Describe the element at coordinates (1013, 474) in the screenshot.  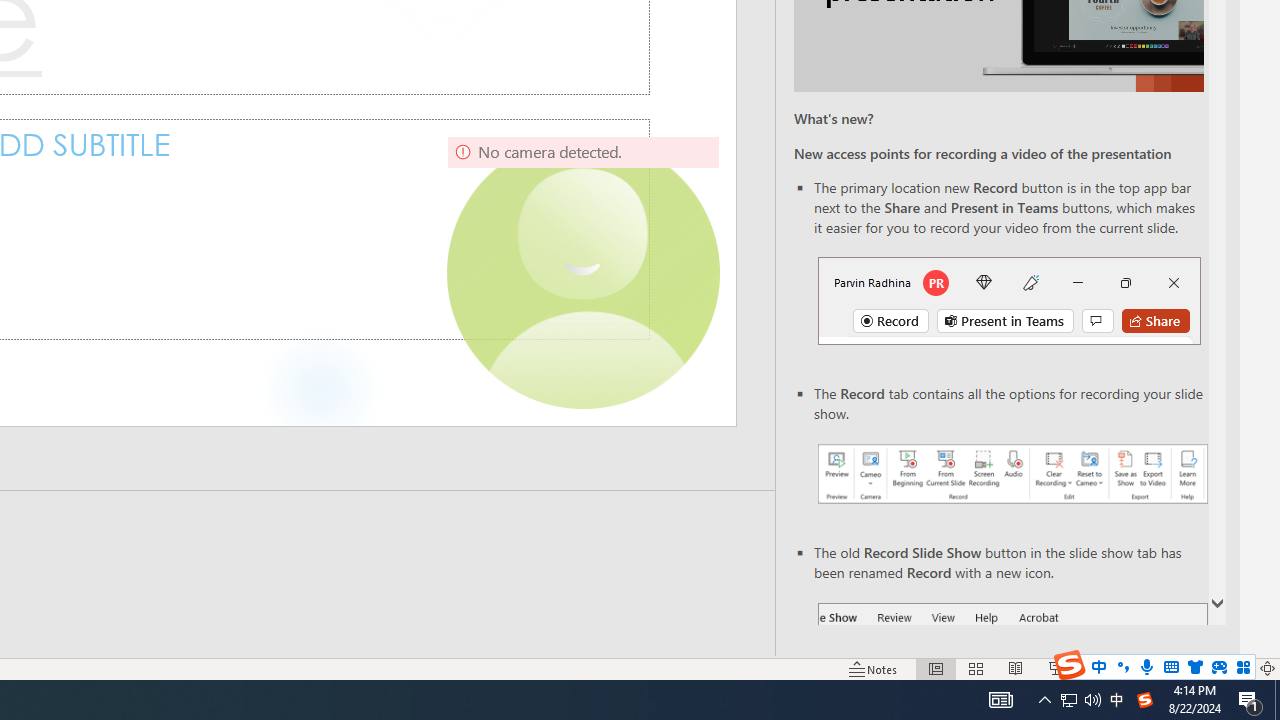
I see `'Record your presentations screenshot one'` at that location.